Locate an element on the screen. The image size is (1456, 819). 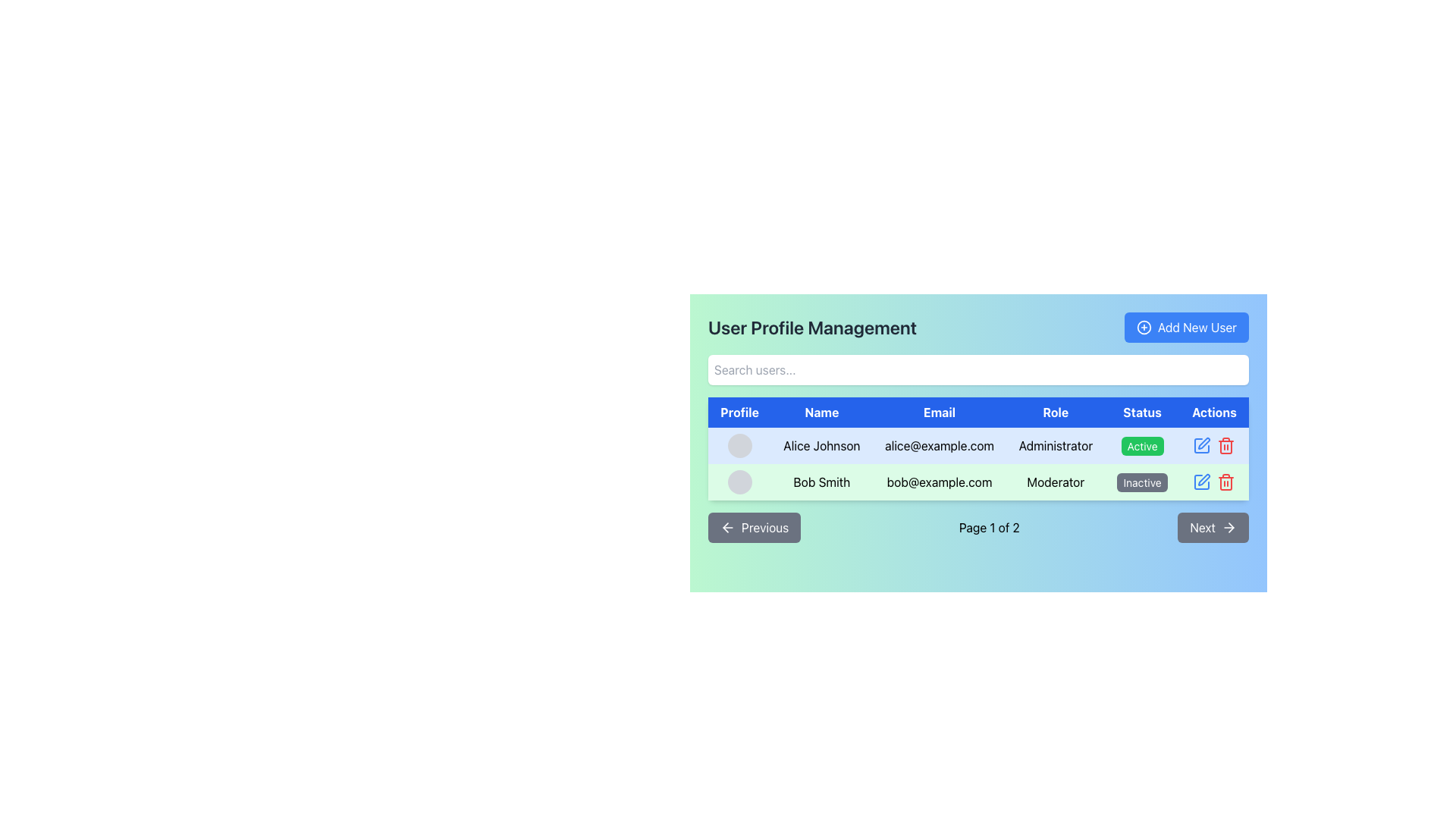
the edit icon represented by a pencil graphic in the Actions column of the user management table for the user Alice Johnson is located at coordinates (1201, 444).